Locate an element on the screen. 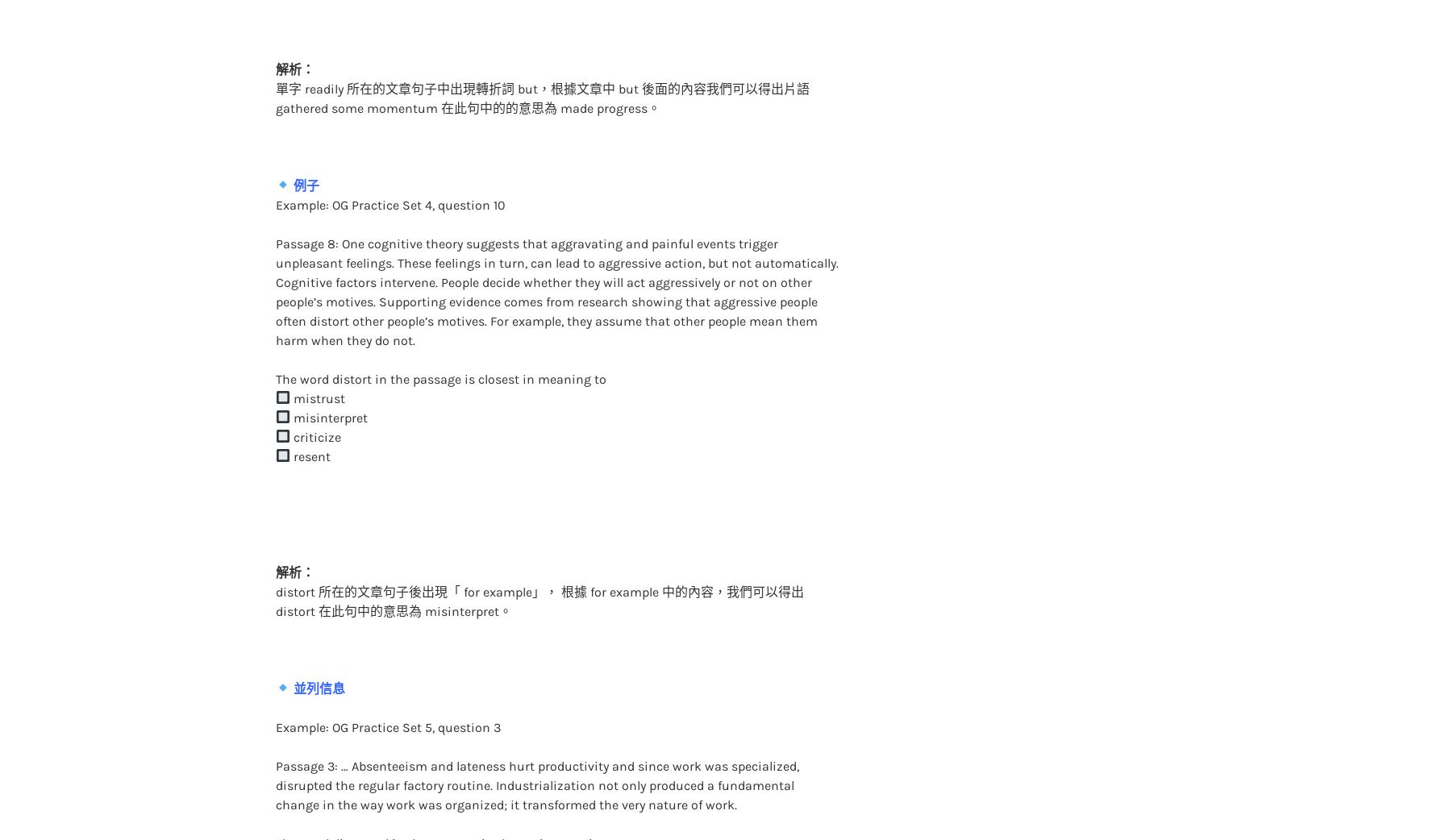  'misinterpret' is located at coordinates (327, 385).